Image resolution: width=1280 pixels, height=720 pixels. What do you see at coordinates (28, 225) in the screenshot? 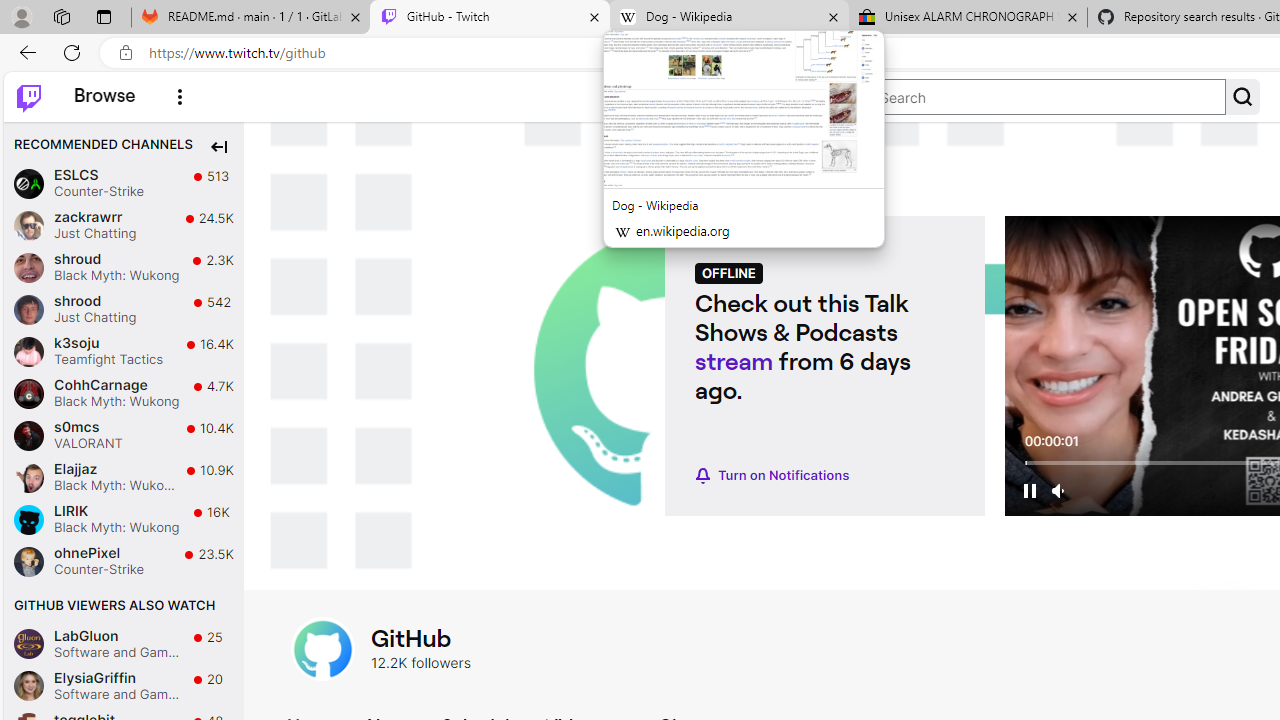
I see `'zackrawrr'` at bounding box center [28, 225].